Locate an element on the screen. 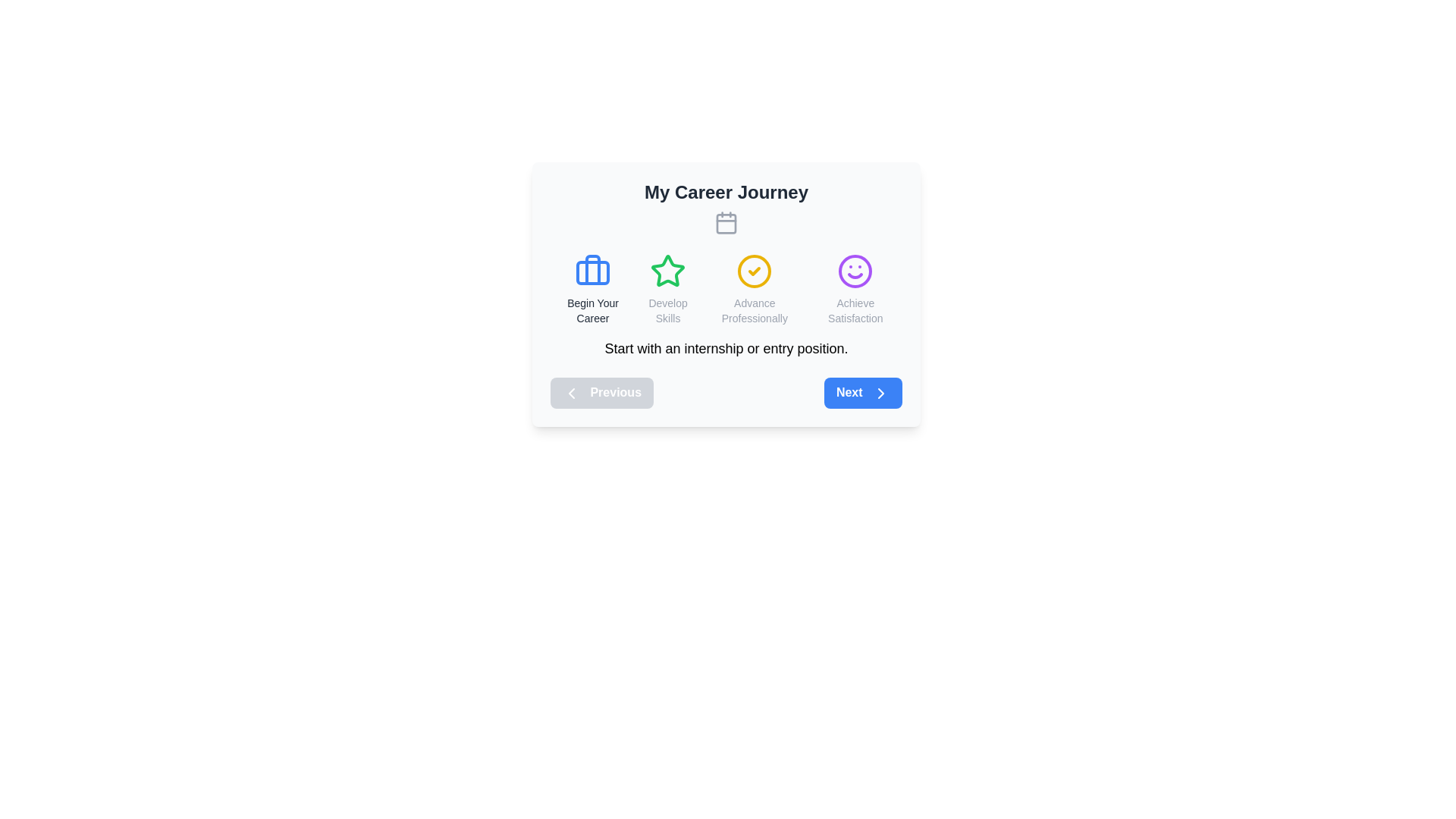  the text label that serves as a title or heading for its section, located above a calendar icon is located at coordinates (726, 192).